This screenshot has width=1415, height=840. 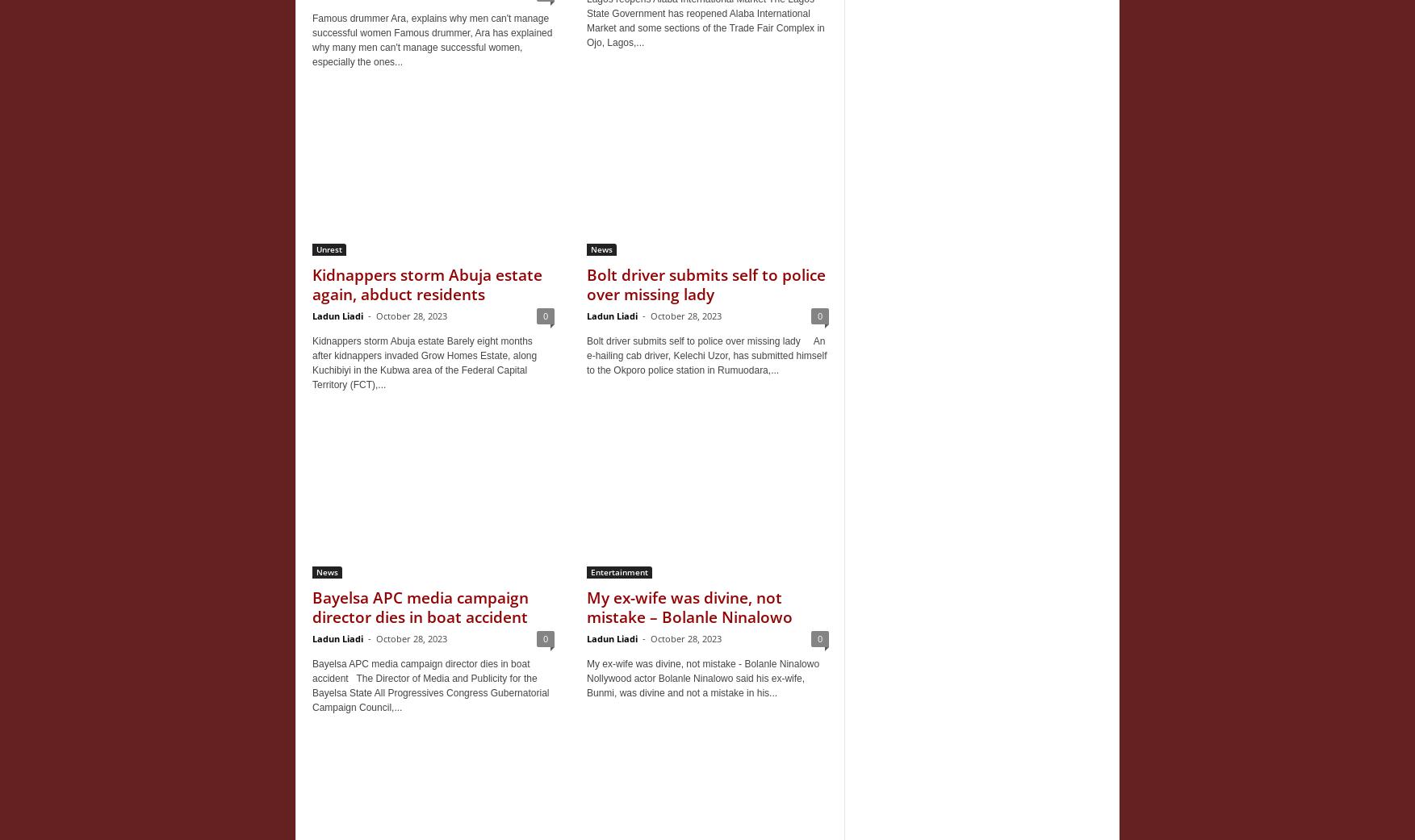 What do you see at coordinates (432, 39) in the screenshot?
I see `'Famous drummer Ara, explains why men can't manage successful women


Famous drummer, Ara has explained why many men can't manage successful women, especially the ones...'` at bounding box center [432, 39].